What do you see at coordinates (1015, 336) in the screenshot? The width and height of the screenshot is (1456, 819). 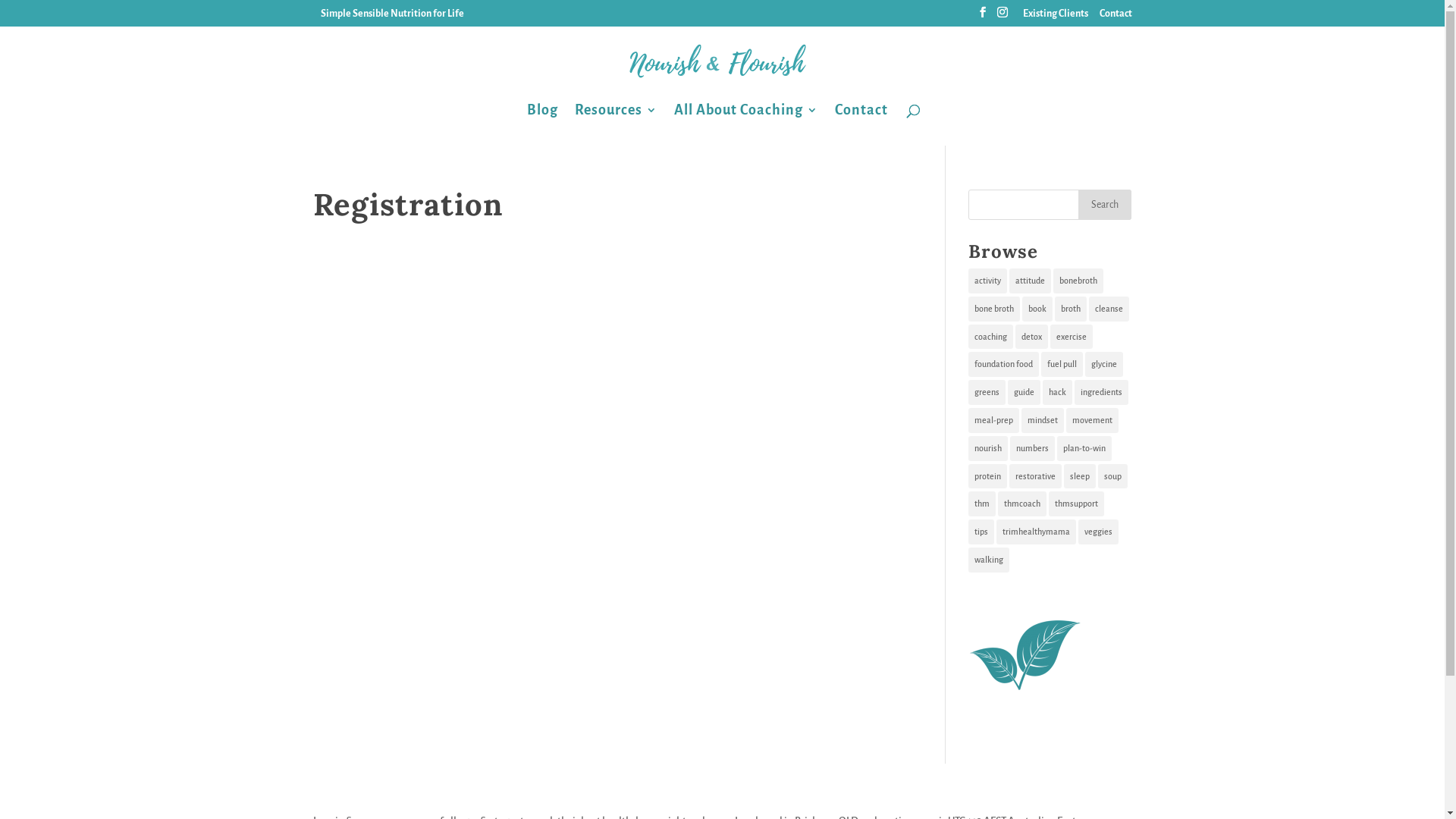 I see `'detox'` at bounding box center [1015, 336].